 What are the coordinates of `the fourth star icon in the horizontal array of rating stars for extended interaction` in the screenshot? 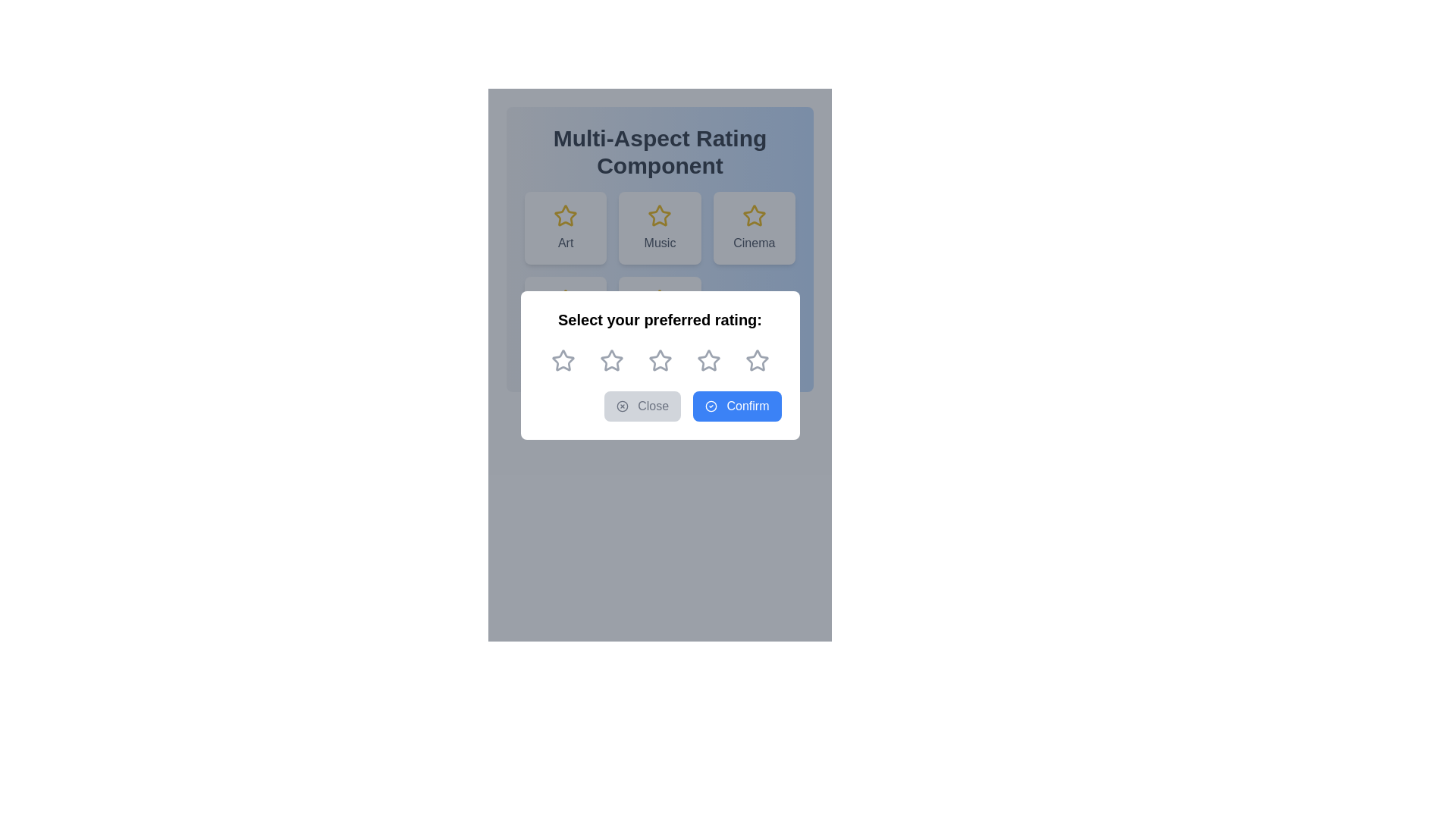 It's located at (708, 360).